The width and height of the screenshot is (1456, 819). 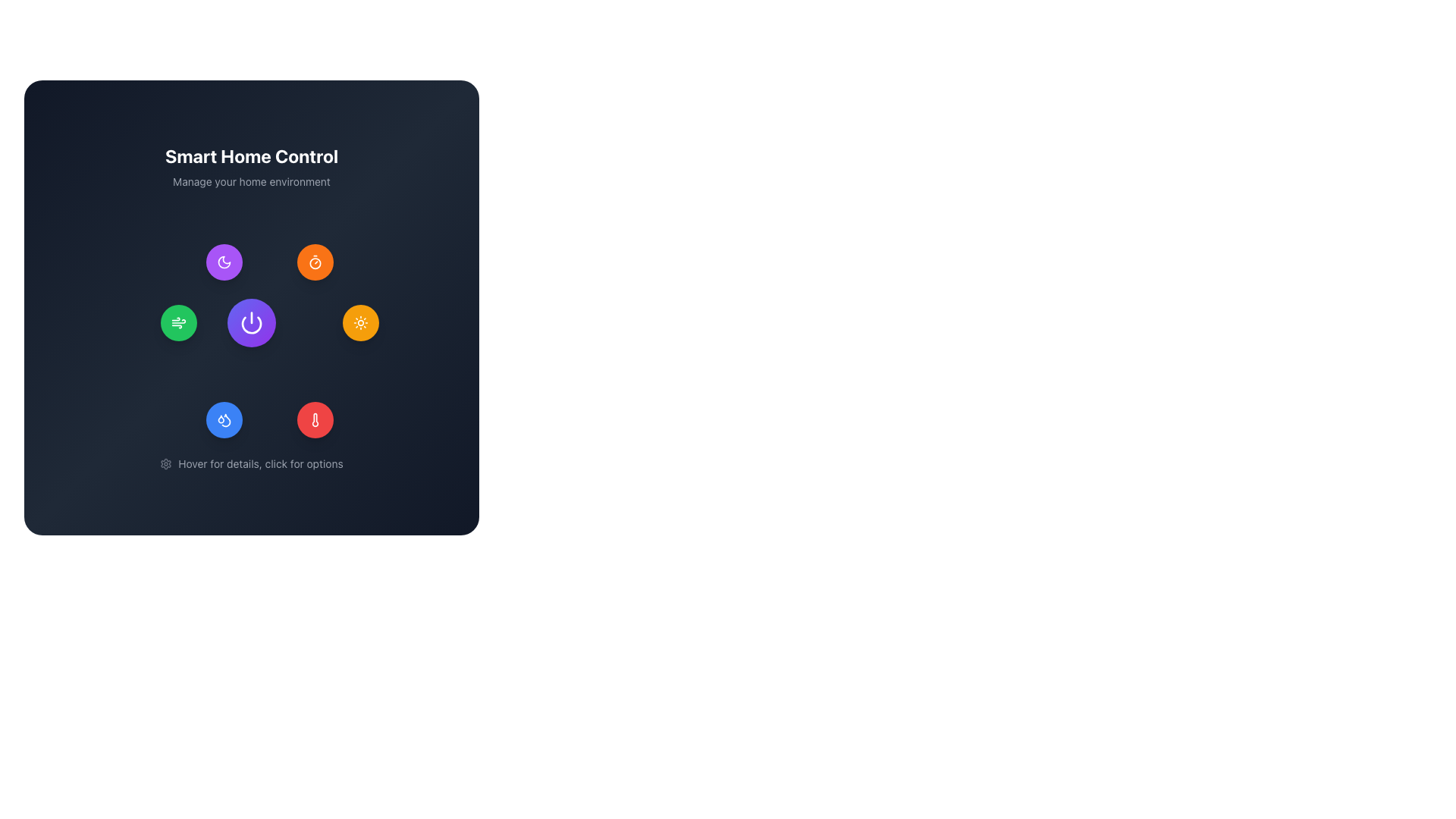 What do you see at coordinates (251, 307) in the screenshot?
I see `the circular button with a gradient color scheme transitioning from indigo to purple, featuring a white power icon` at bounding box center [251, 307].